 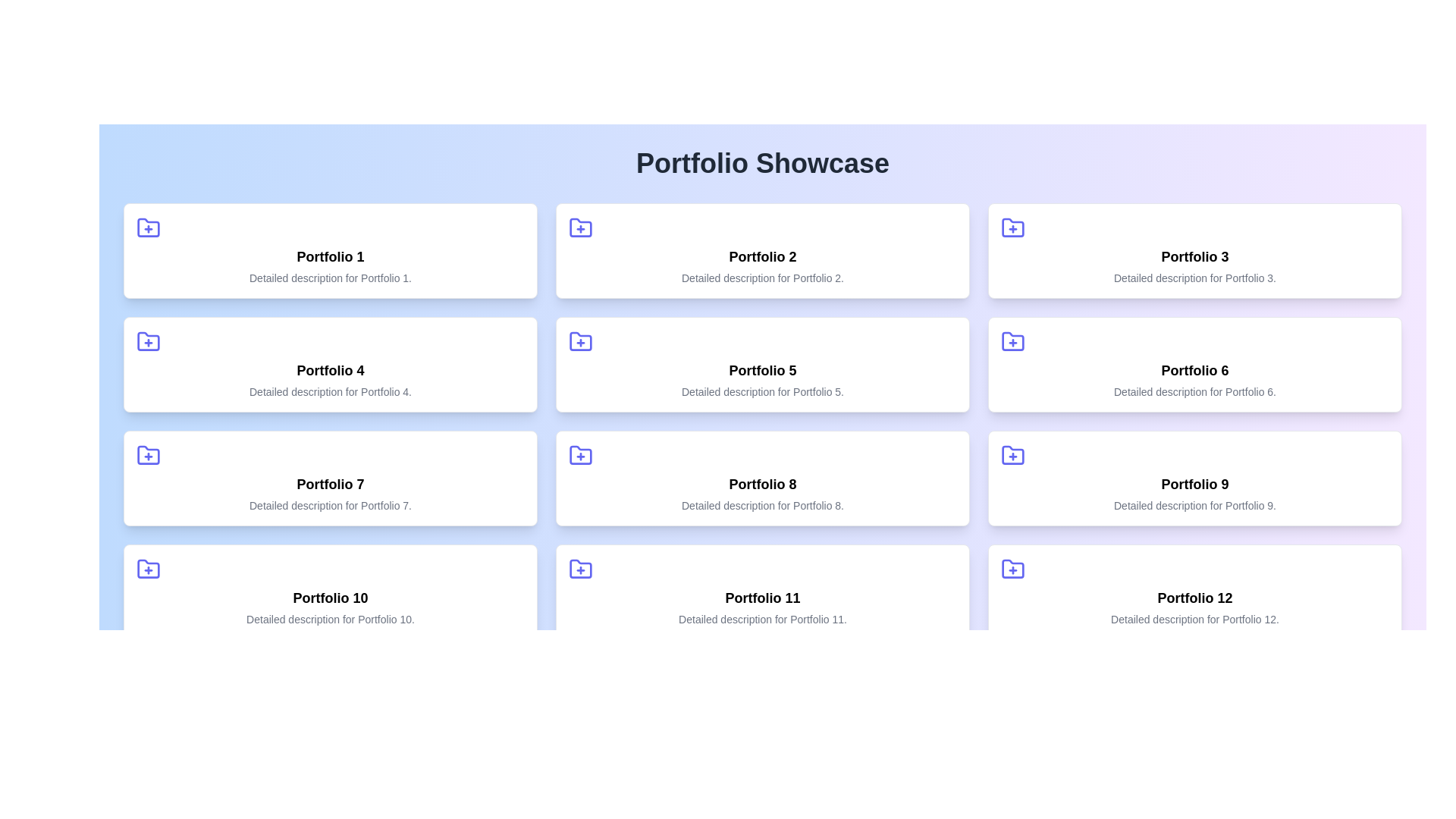 What do you see at coordinates (330, 485) in the screenshot?
I see `the bold title text 'Portfolio 7' which is centrally aligned in the seventh card of a grid layout` at bounding box center [330, 485].